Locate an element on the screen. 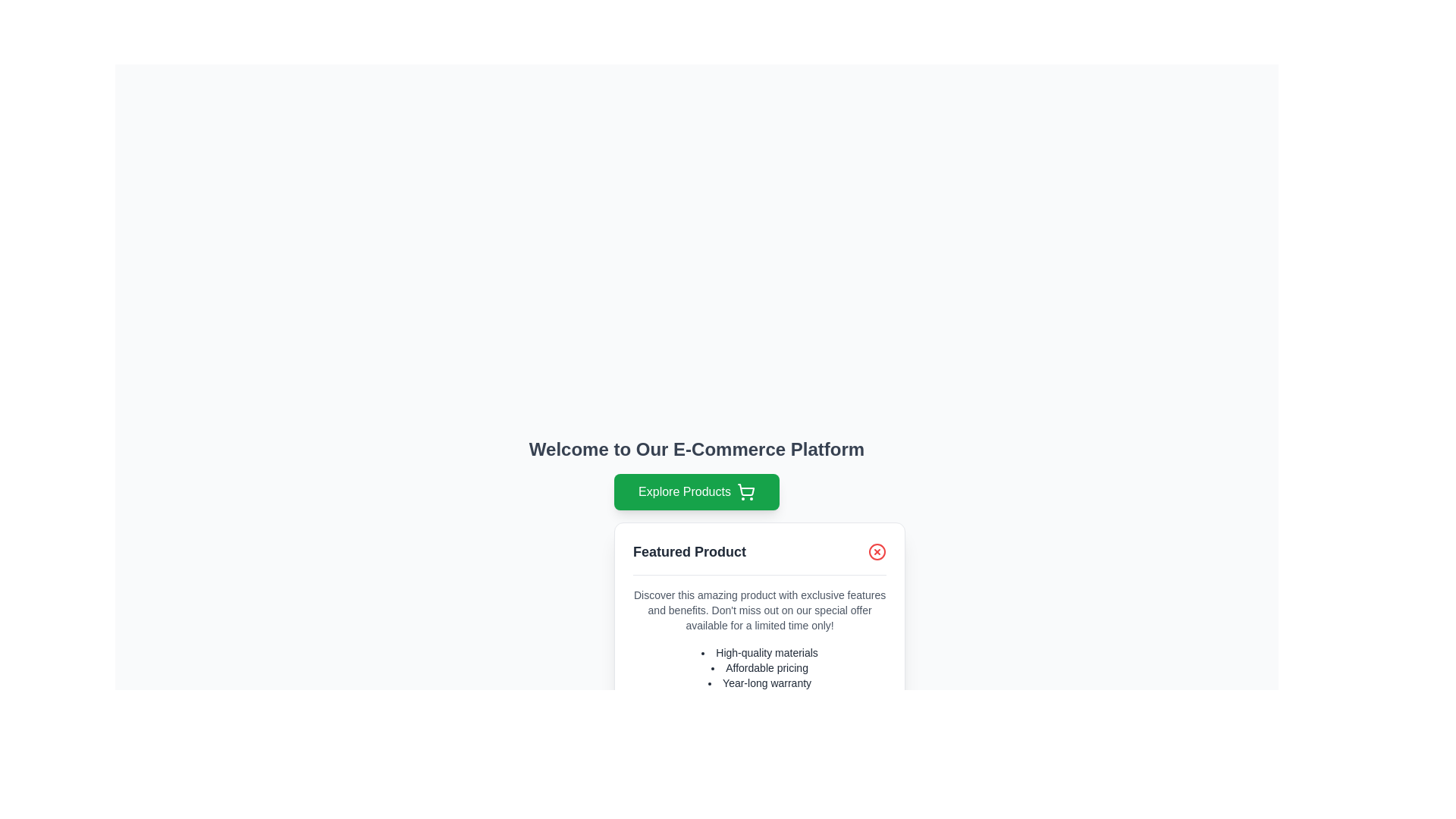  the green button labeled 'Explore Products' is located at coordinates (695, 491).